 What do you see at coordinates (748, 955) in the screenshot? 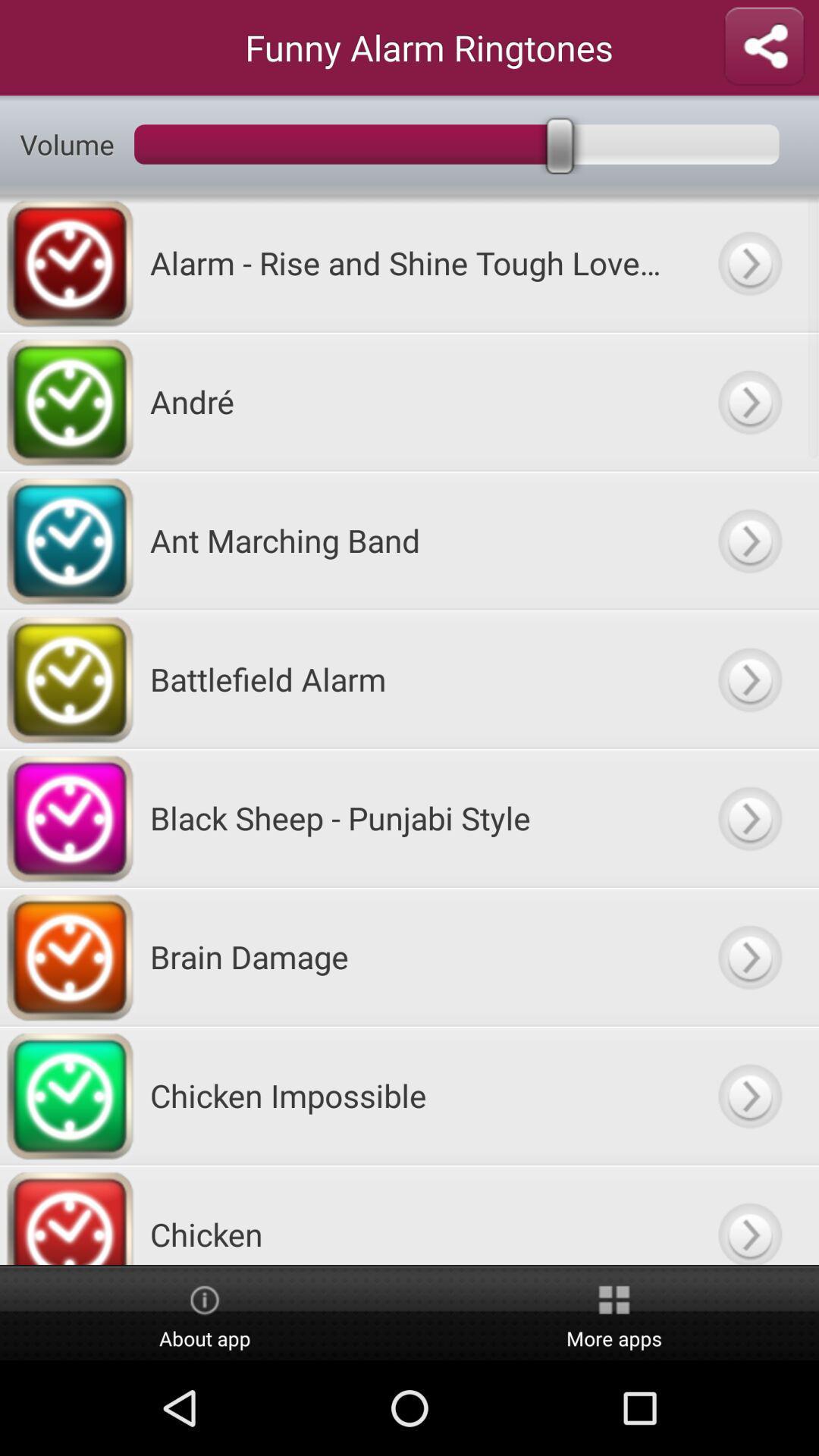
I see `next` at bounding box center [748, 955].